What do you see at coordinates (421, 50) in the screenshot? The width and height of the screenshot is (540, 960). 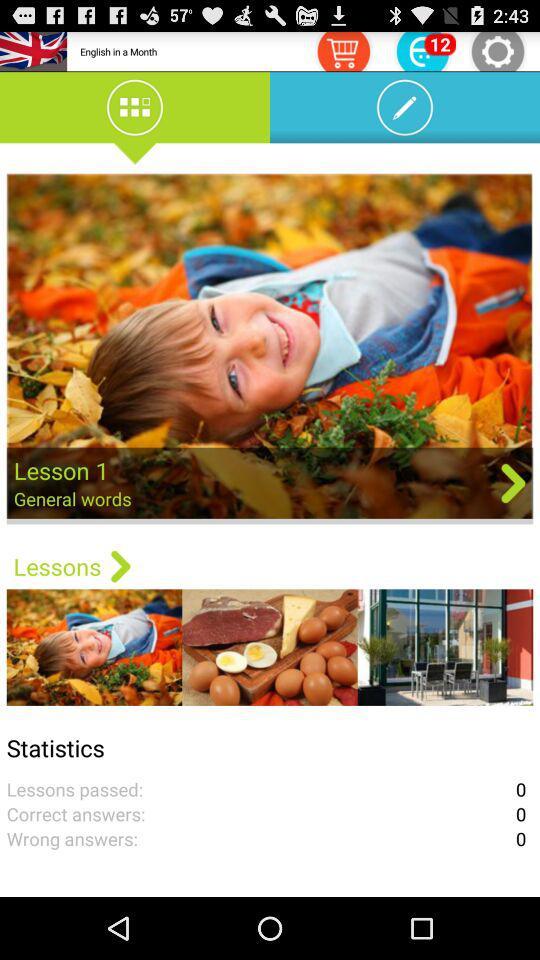 I see `advertisement` at bounding box center [421, 50].